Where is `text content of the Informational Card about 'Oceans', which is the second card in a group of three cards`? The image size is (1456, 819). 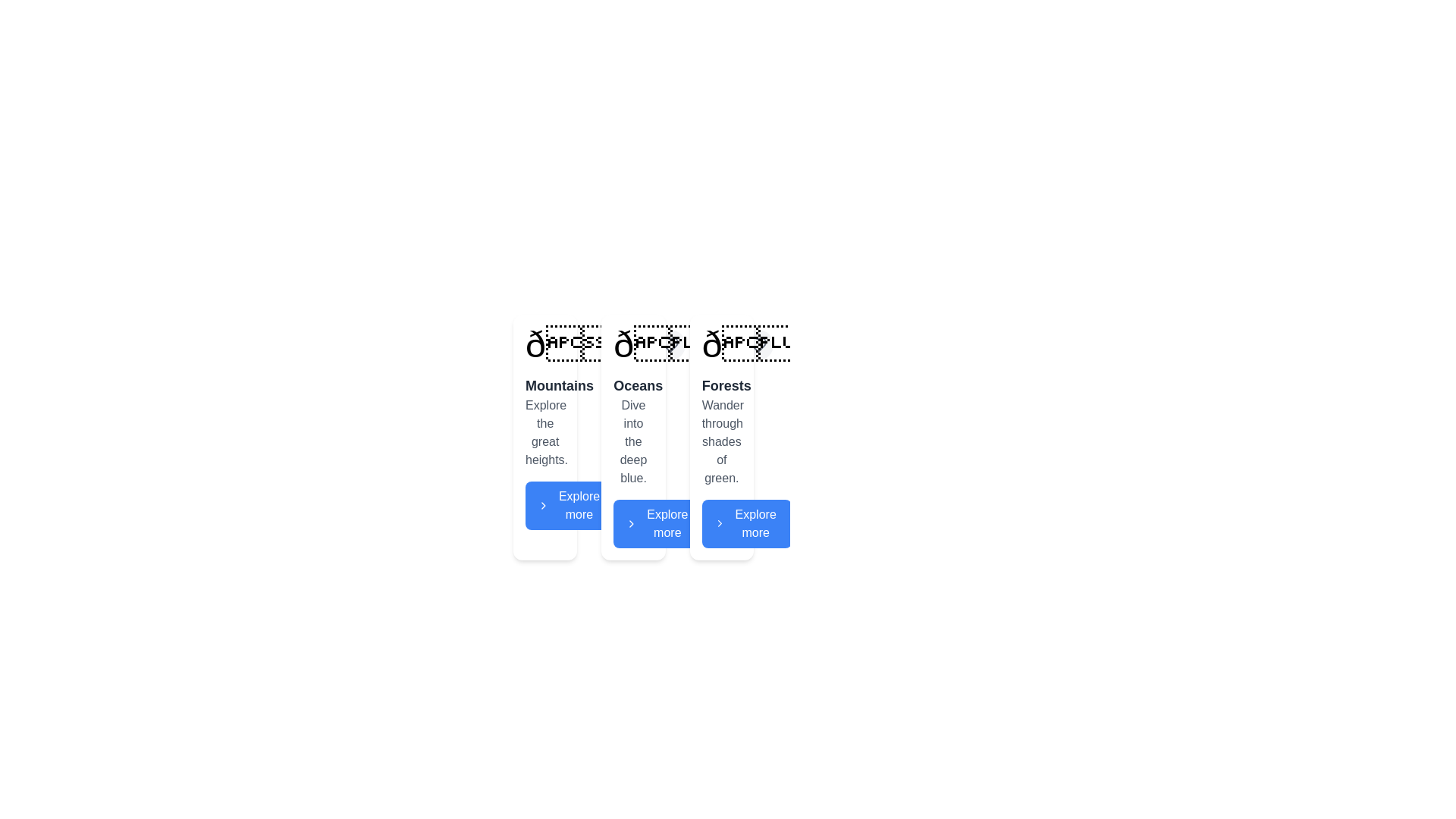
text content of the Informational Card about 'Oceans', which is the second card in a group of three cards is located at coordinates (633, 438).